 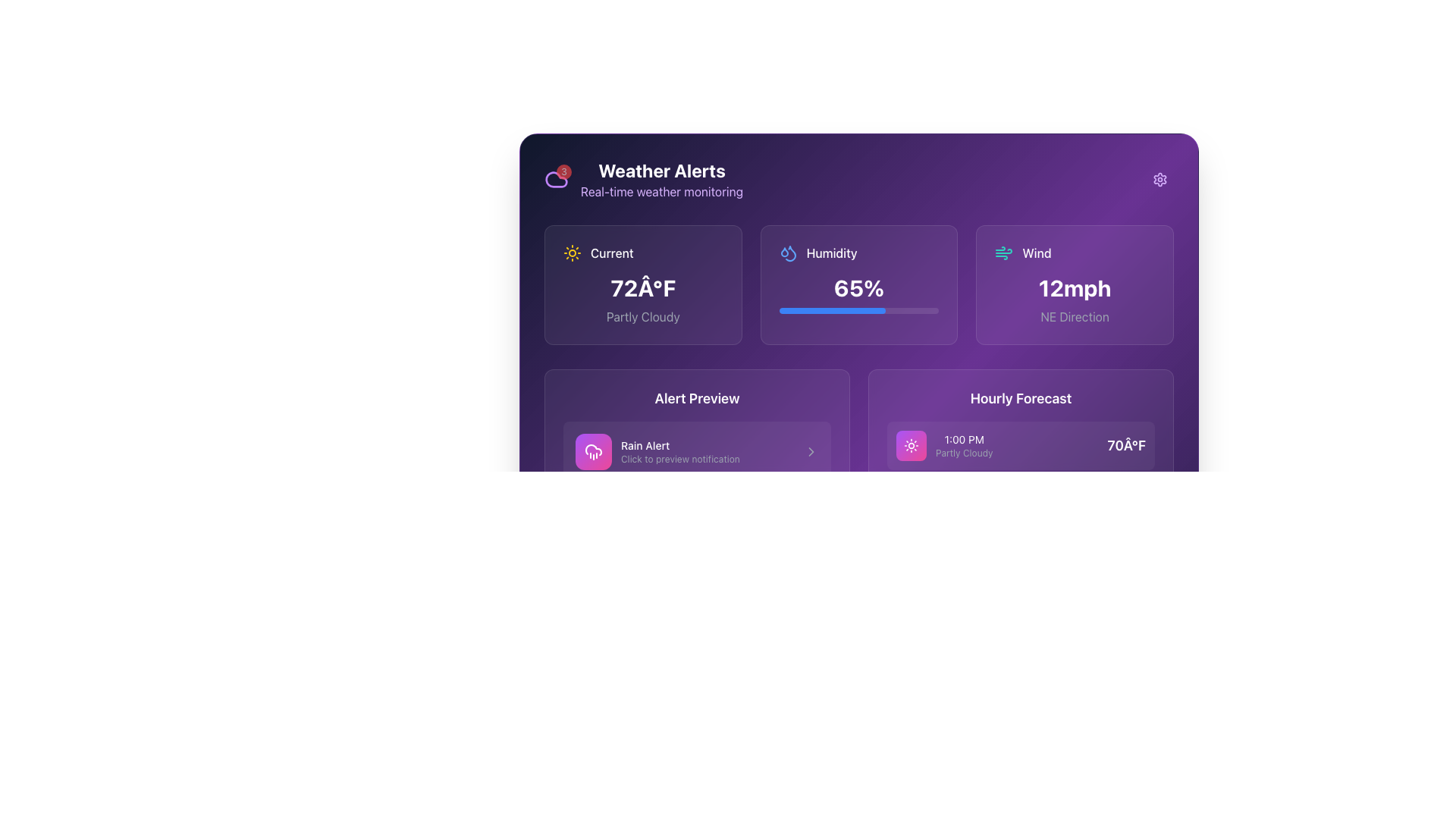 What do you see at coordinates (644, 178) in the screenshot?
I see `the Weather Alerts component, which includes a header with bold white text and a purple cloud icon with a red badge displaying '3'` at bounding box center [644, 178].